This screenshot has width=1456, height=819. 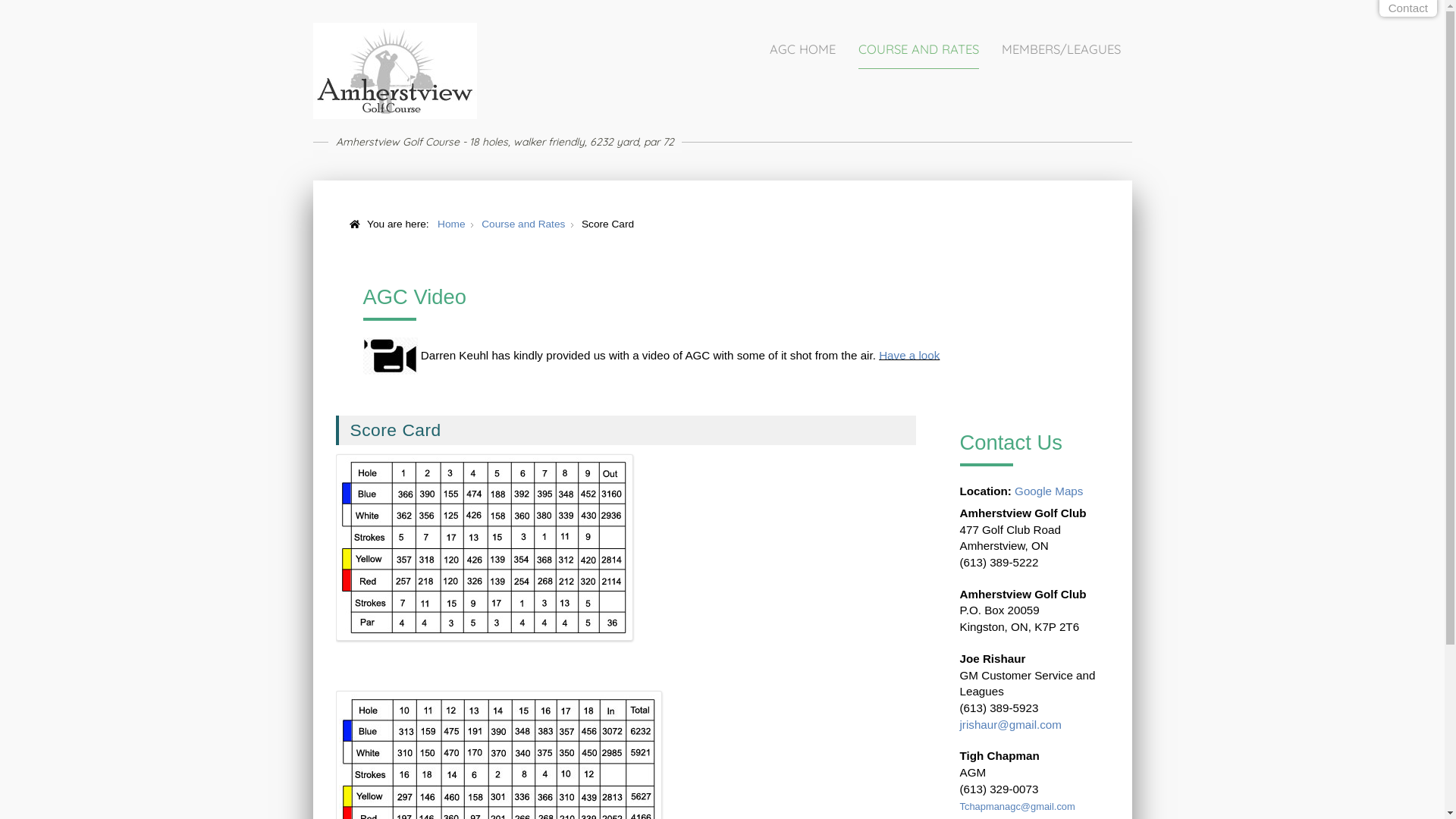 What do you see at coordinates (1047, 491) in the screenshot?
I see `'Google Maps'` at bounding box center [1047, 491].